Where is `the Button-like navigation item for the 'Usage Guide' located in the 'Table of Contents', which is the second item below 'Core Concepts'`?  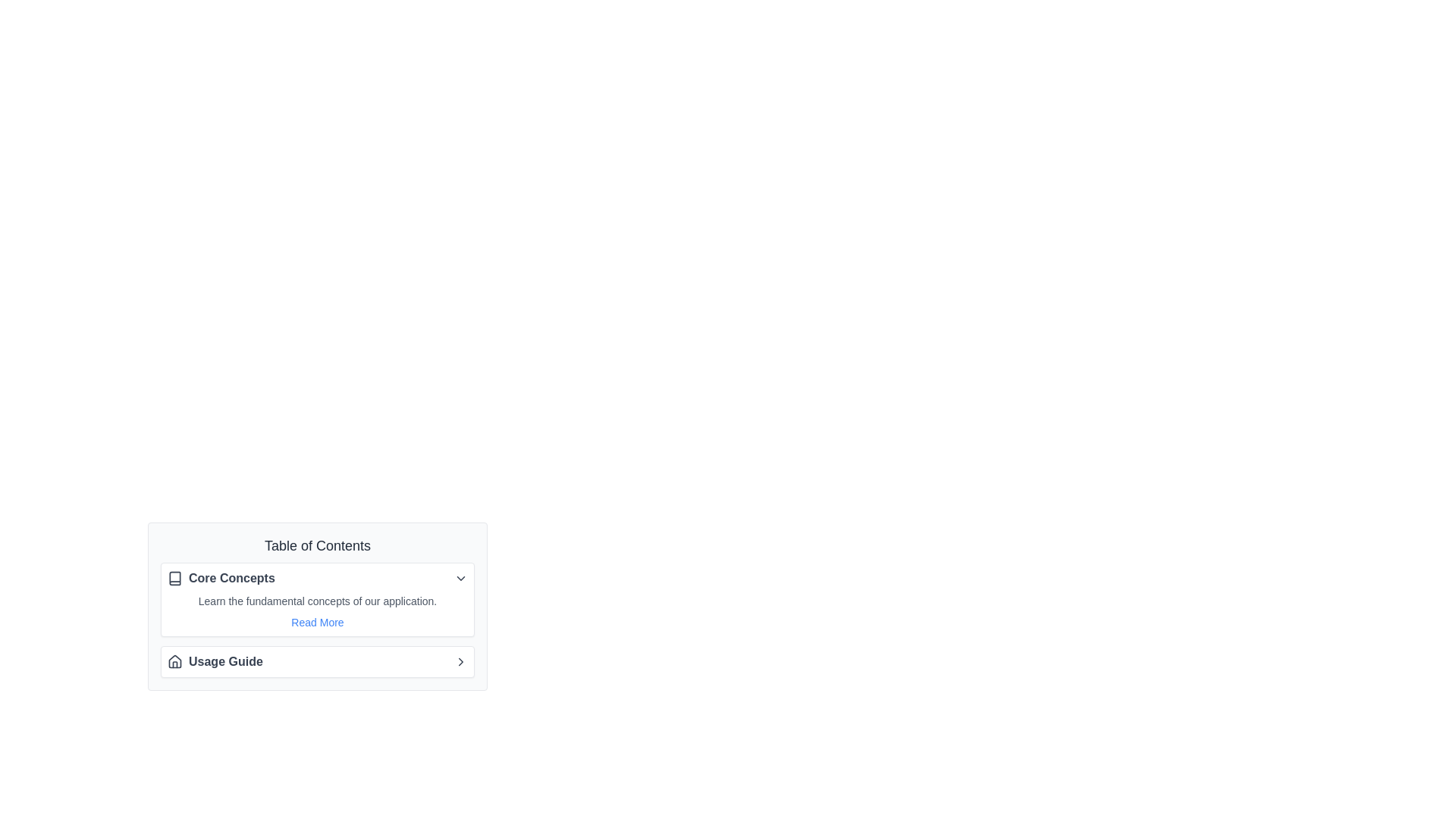
the Button-like navigation item for the 'Usage Guide' located in the 'Table of Contents', which is the second item below 'Core Concepts' is located at coordinates (316, 661).